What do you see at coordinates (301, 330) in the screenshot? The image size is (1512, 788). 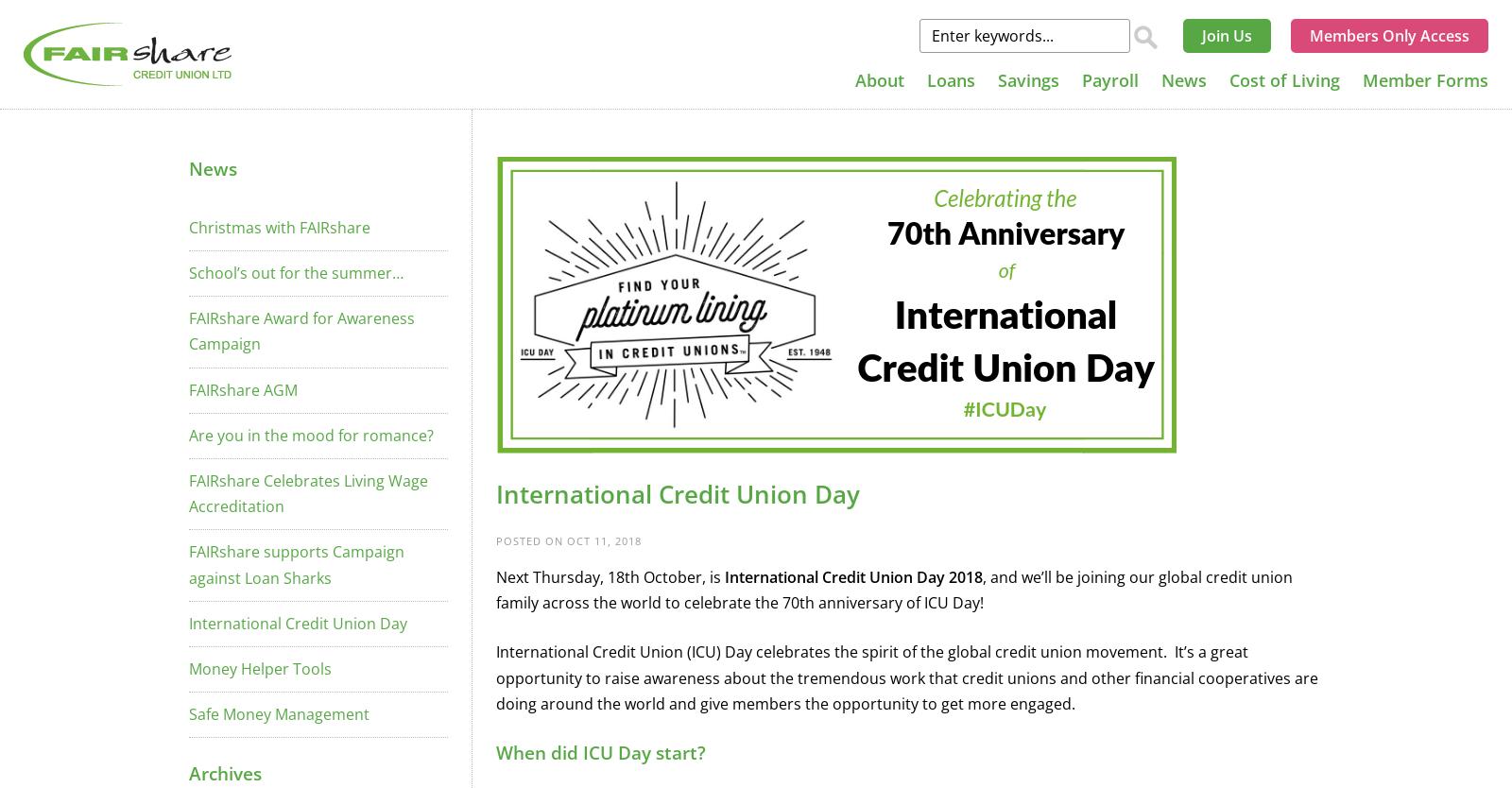 I see `'FAIRshare Award for Awareness Campaign'` at bounding box center [301, 330].